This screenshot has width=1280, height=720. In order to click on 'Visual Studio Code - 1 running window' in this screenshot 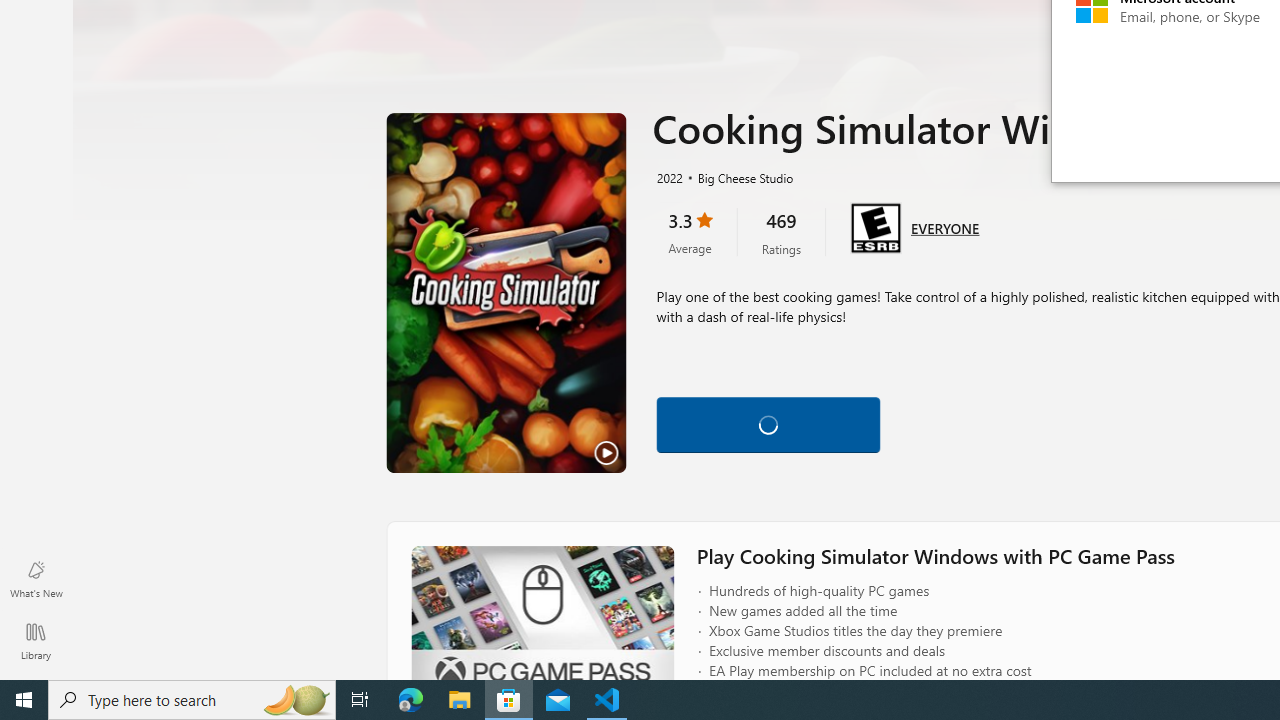, I will do `click(606, 698)`.